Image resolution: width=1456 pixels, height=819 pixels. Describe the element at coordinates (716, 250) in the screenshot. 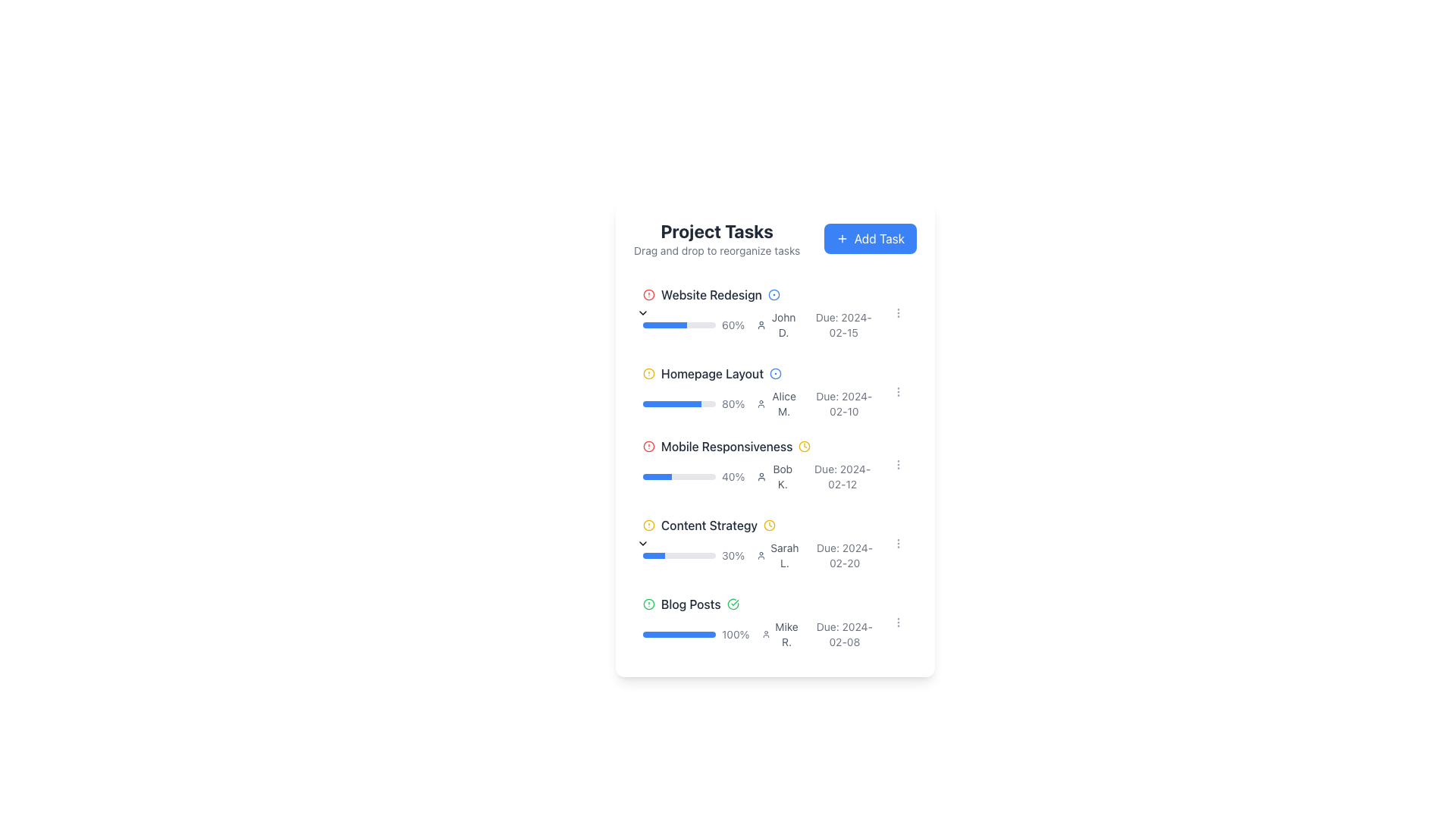

I see `the text label that reads 'Drag and drop to reorganize tasks', located below the heading 'Project Tasks'` at that location.